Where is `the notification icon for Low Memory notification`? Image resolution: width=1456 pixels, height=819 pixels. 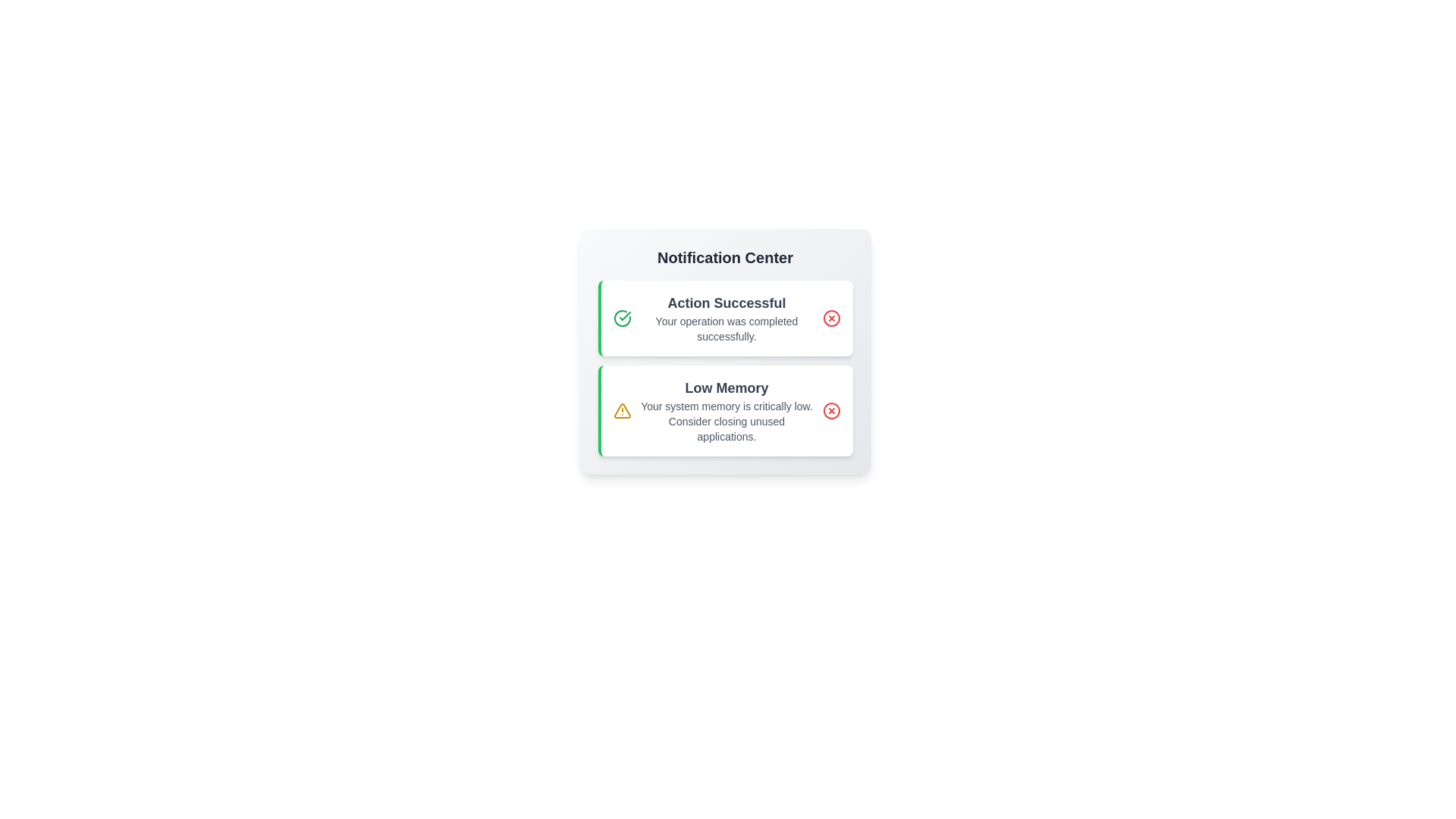
the notification icon for Low Memory notification is located at coordinates (622, 411).